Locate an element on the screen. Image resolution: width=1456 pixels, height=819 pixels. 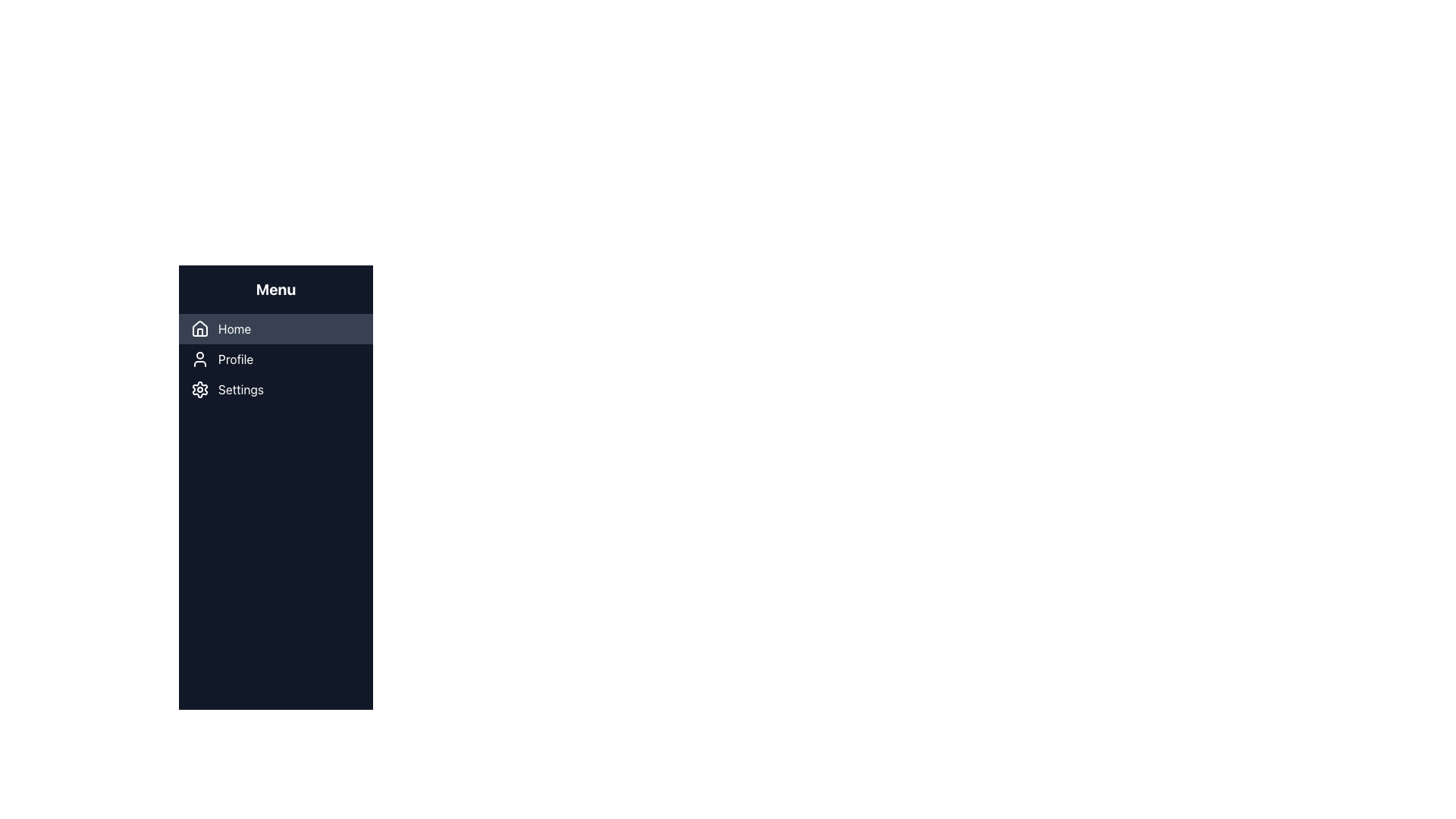
the settings icon located within the 'Settings' menu item, positioned to the left of the 'Settings' text label is located at coordinates (199, 388).